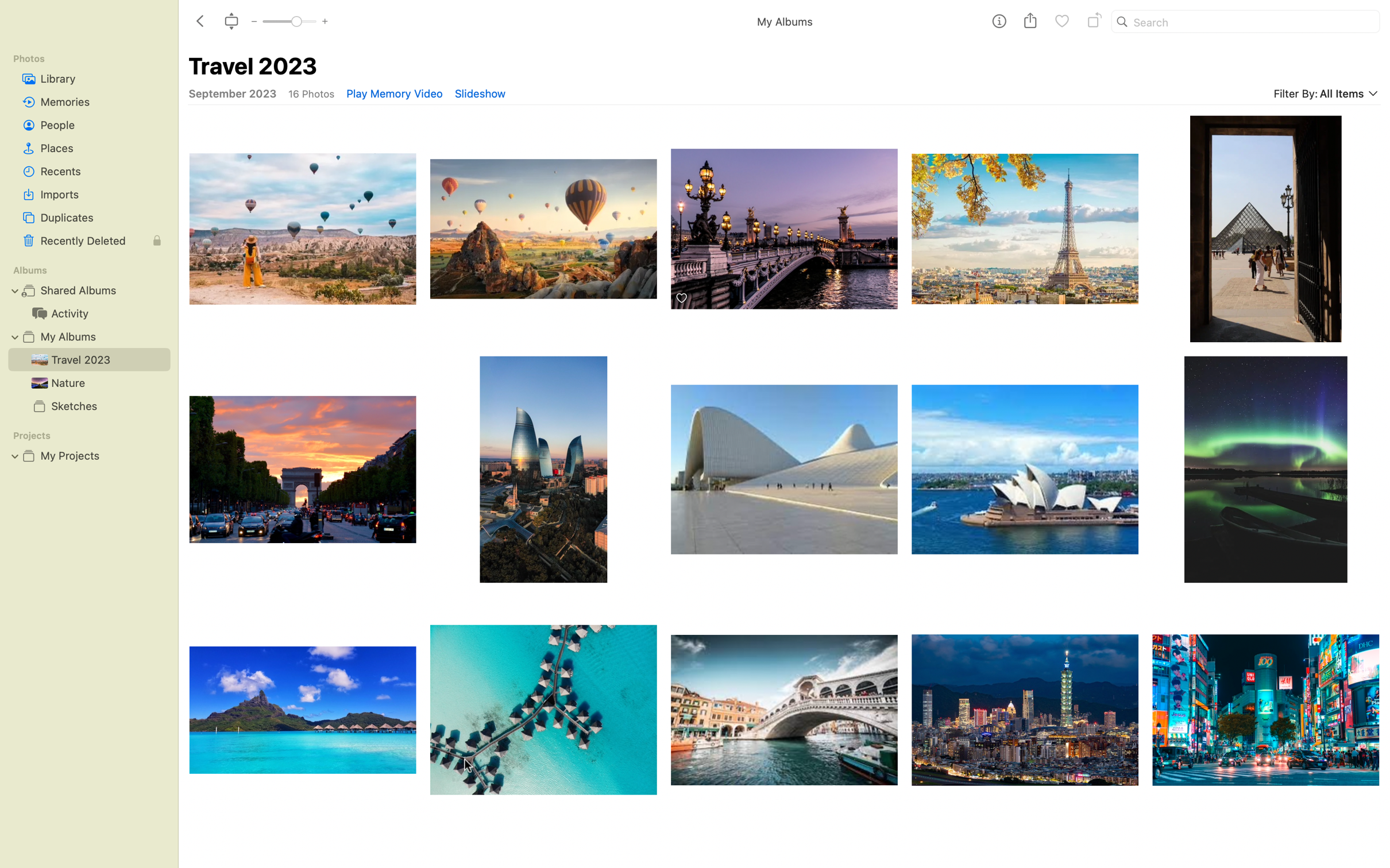 This screenshot has width=1390, height=868. What do you see at coordinates (1025, 468) in the screenshot?
I see `Decide upon the photo of Sydney"s Lotus Temple` at bounding box center [1025, 468].